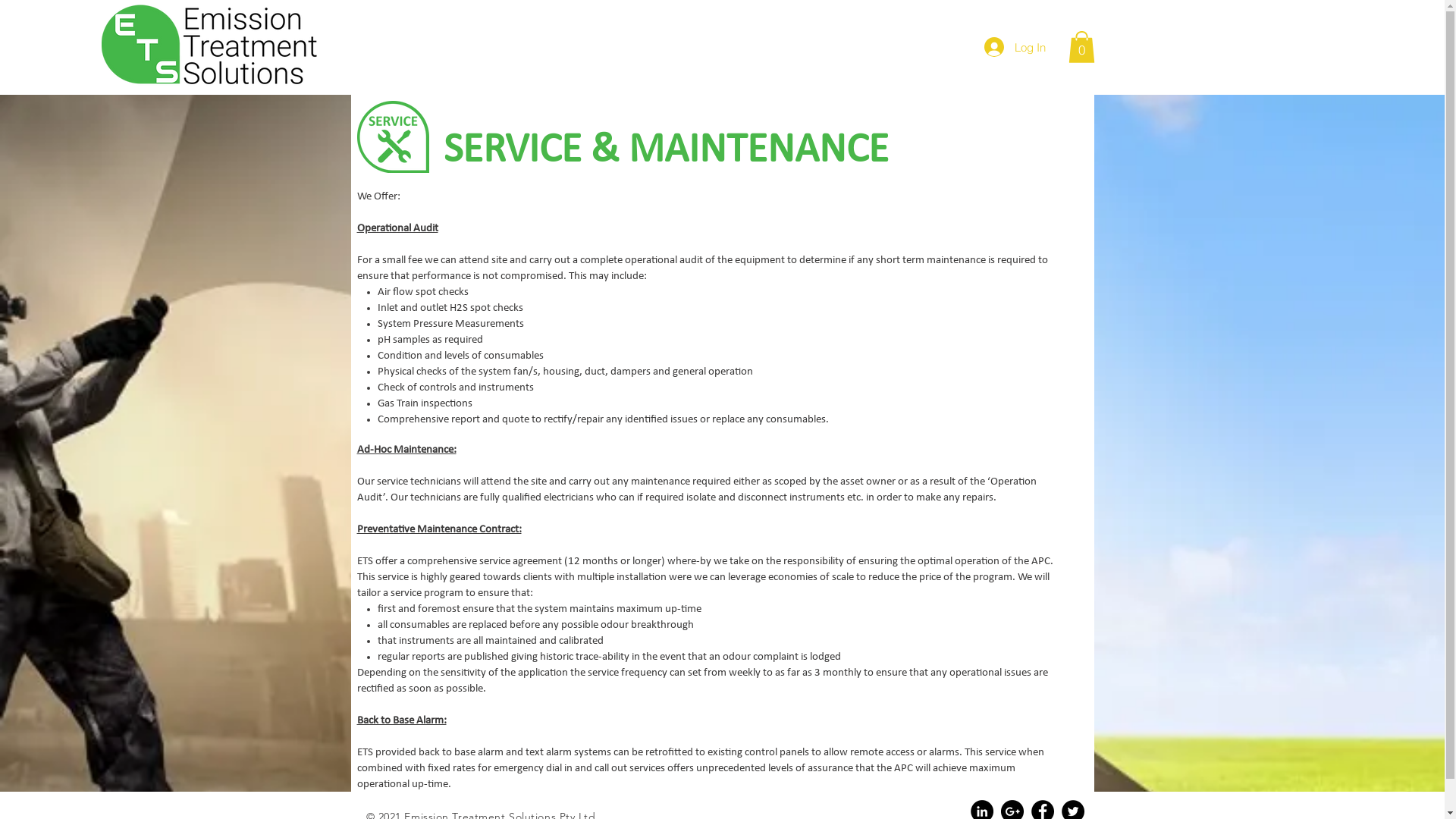 The height and width of the screenshot is (819, 1456). Describe the element at coordinates (101, 46) in the screenshot. I see `'EMISSION TREATMENT SOLUTIONS LOGO 170504.png'` at that location.